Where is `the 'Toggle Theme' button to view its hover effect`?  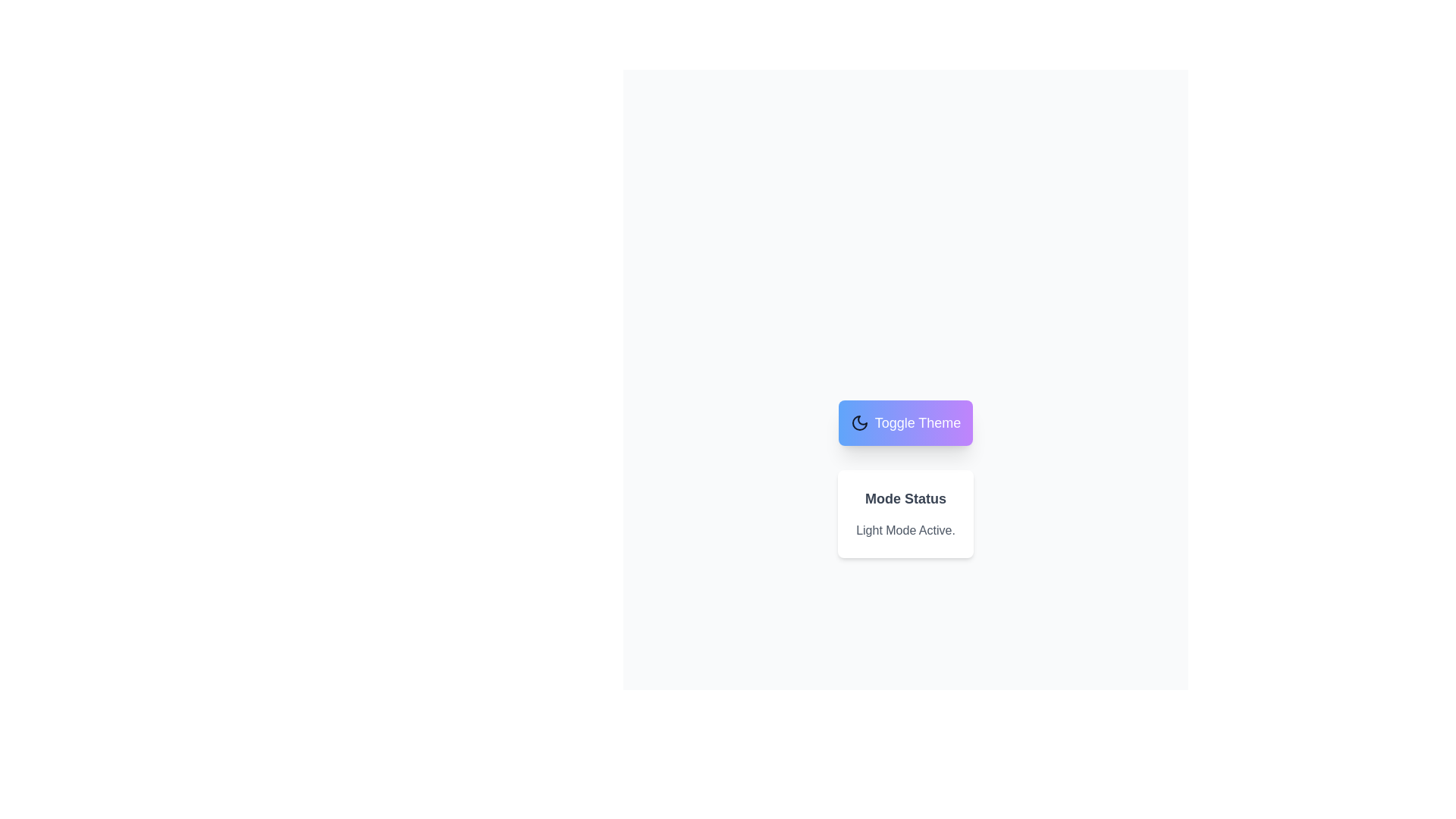
the 'Toggle Theme' button to view its hover effect is located at coordinates (905, 423).